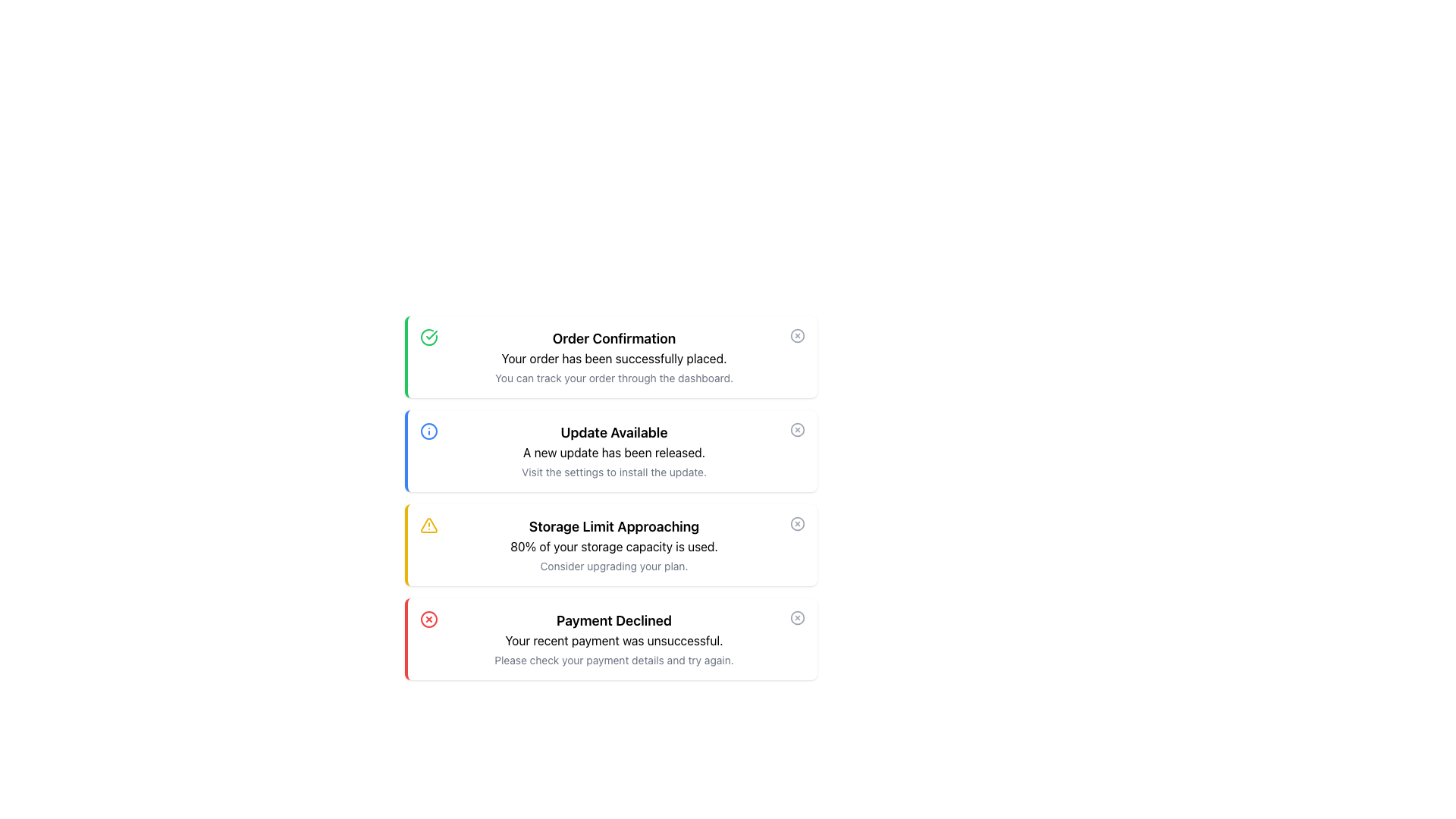 This screenshot has height=819, width=1456. What do you see at coordinates (796, 617) in the screenshot?
I see `the close button located at the rightmost position of the 'Payment Declined' notification card` at bounding box center [796, 617].